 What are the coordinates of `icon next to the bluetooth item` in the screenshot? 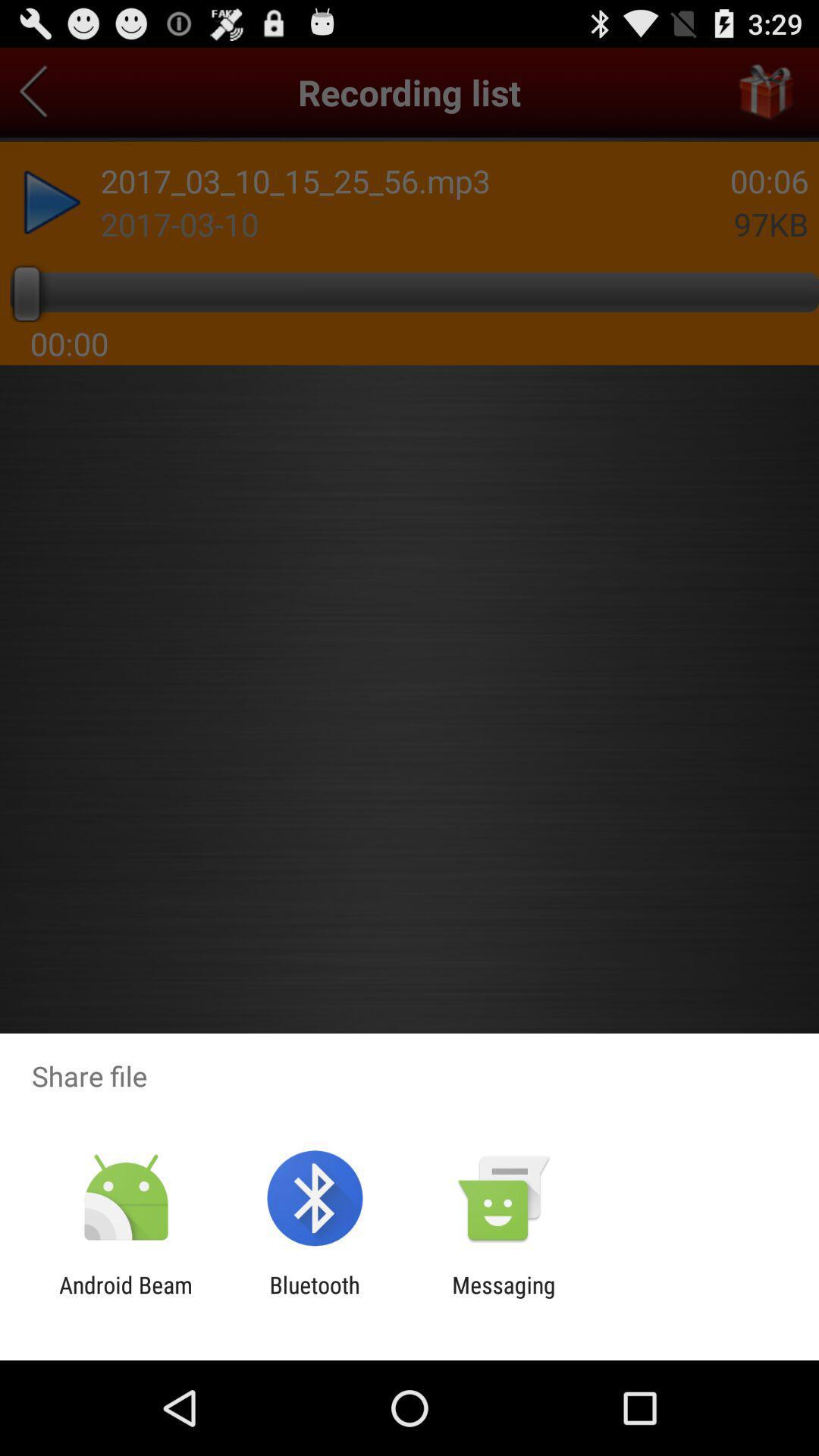 It's located at (125, 1298).